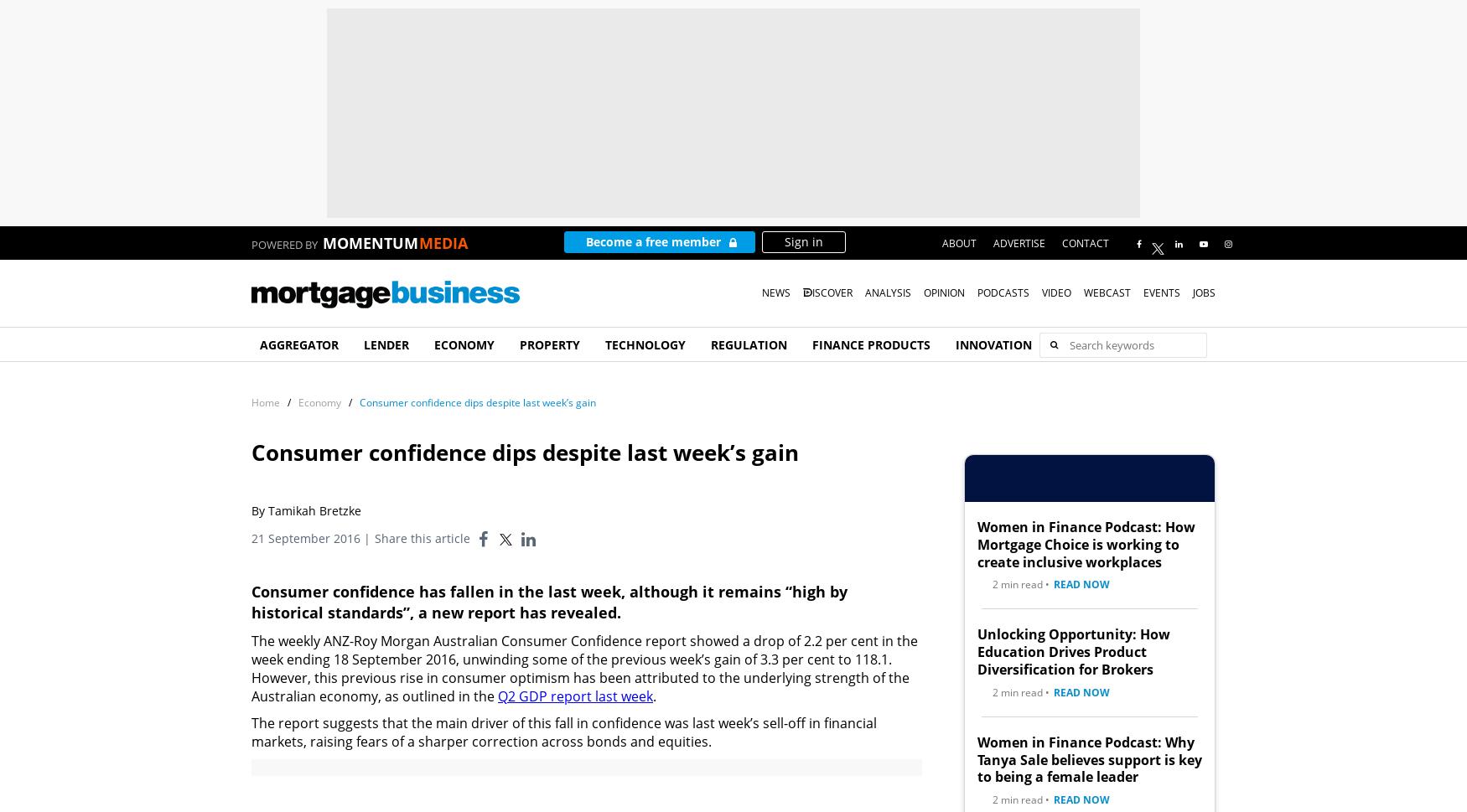 The image size is (1467, 812). I want to click on 'MOMENTUM', so click(371, 243).